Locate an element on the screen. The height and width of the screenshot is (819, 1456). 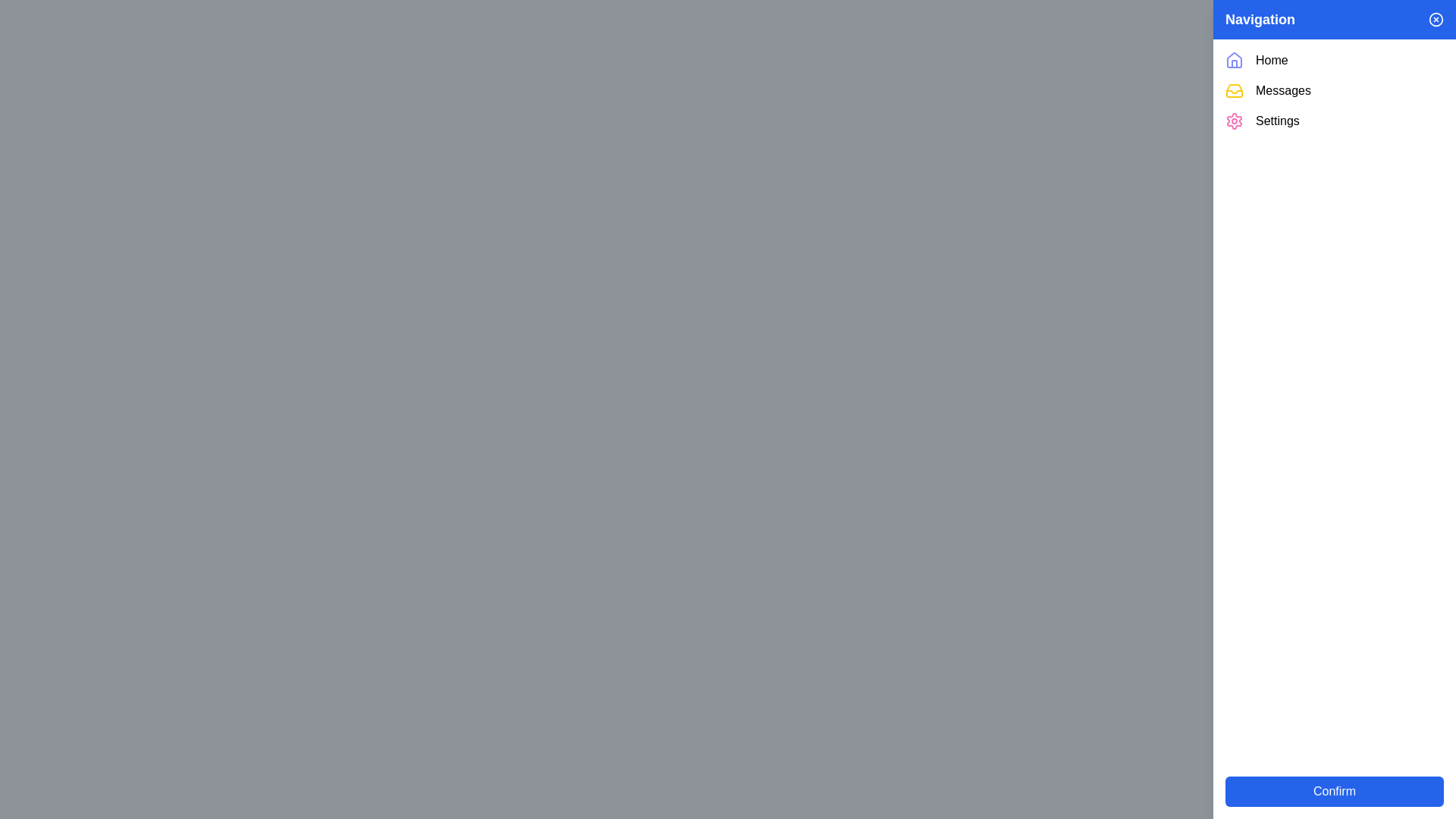
the circular blue close button with a white 'x' in the top-right corner of the Navigation header is located at coordinates (1436, 20).